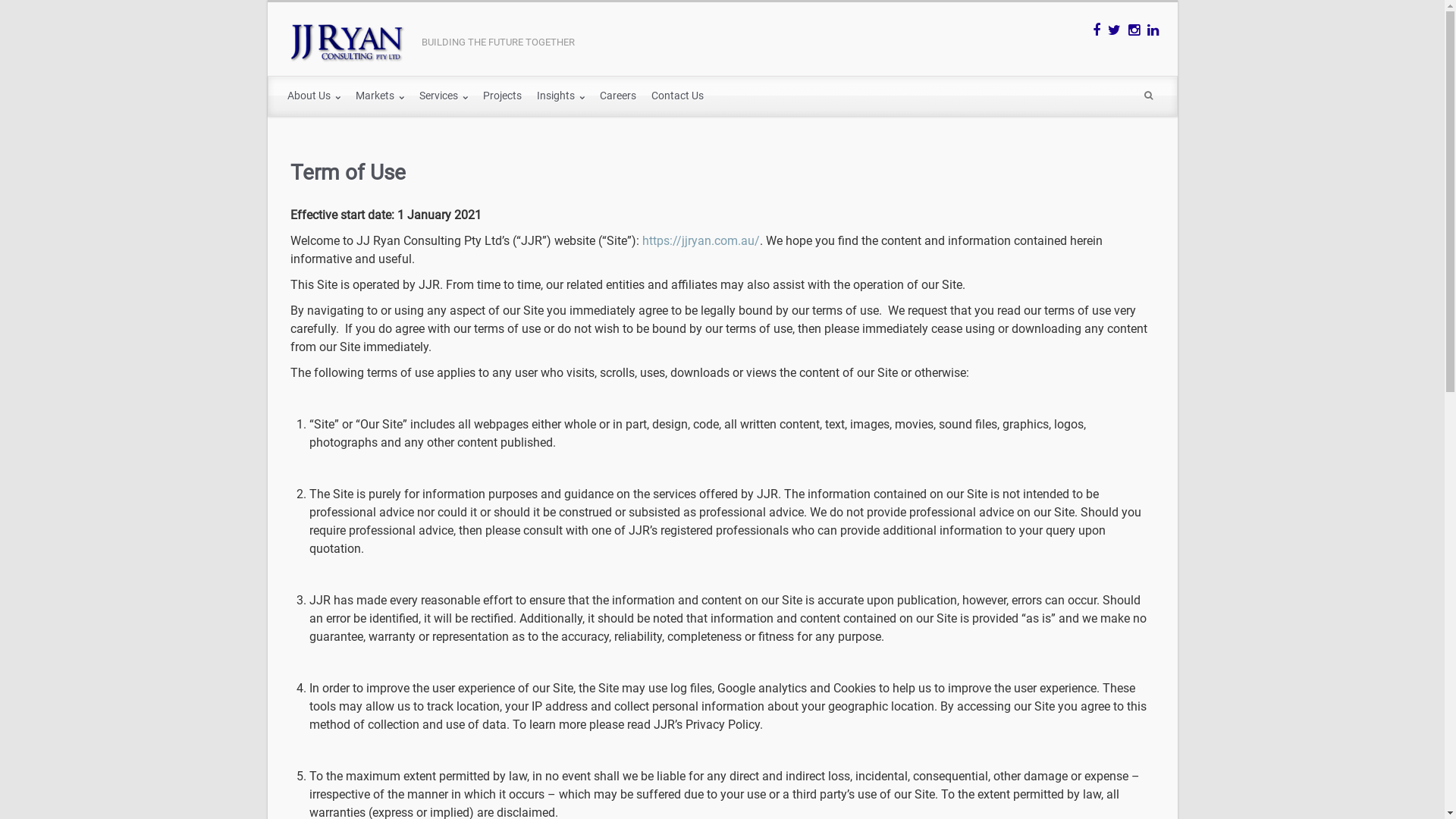 The width and height of the screenshot is (1456, 819). Describe the element at coordinates (699, 240) in the screenshot. I see `'https://jjryan.com.au/'` at that location.